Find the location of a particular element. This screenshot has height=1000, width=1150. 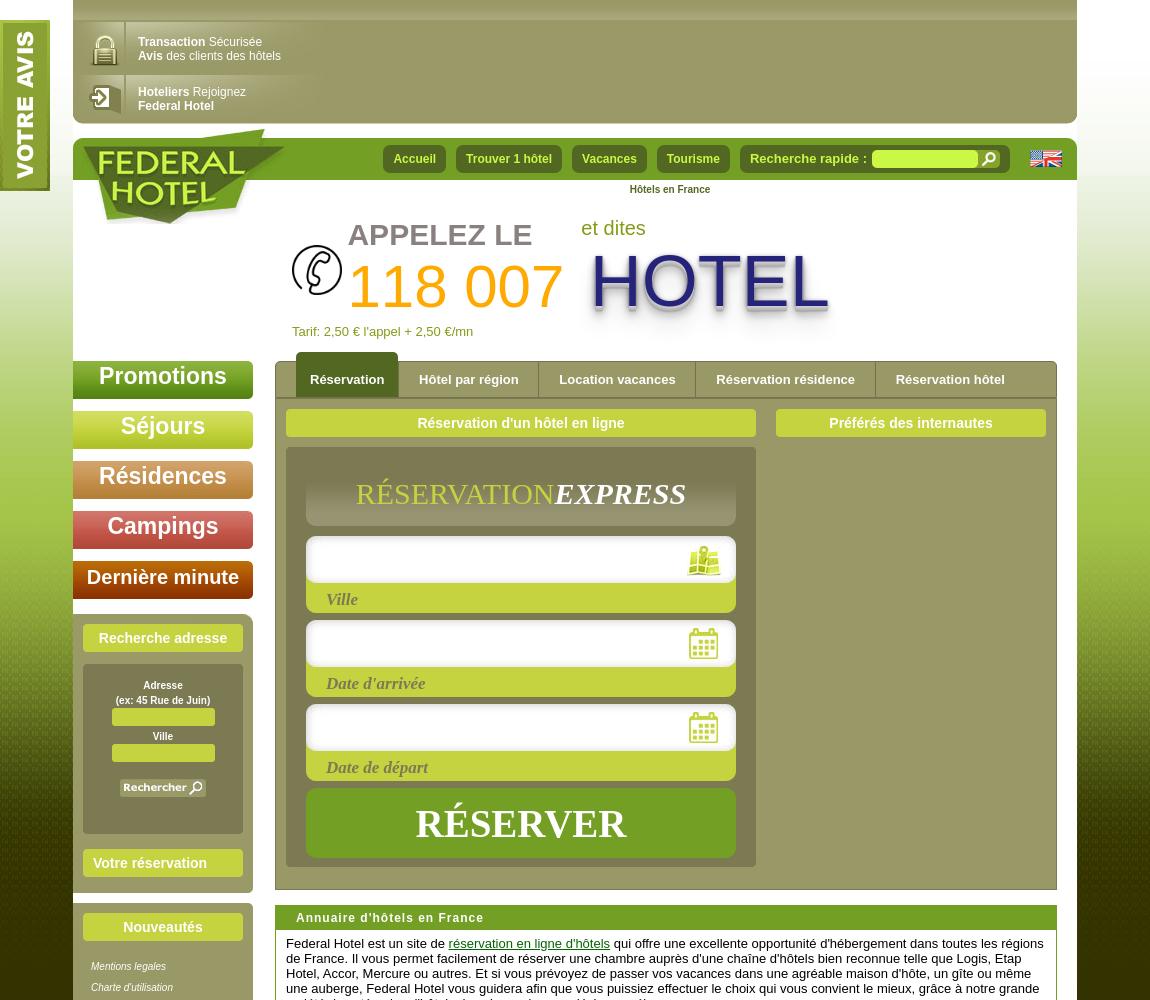

'Dernière minute' is located at coordinates (161, 576).